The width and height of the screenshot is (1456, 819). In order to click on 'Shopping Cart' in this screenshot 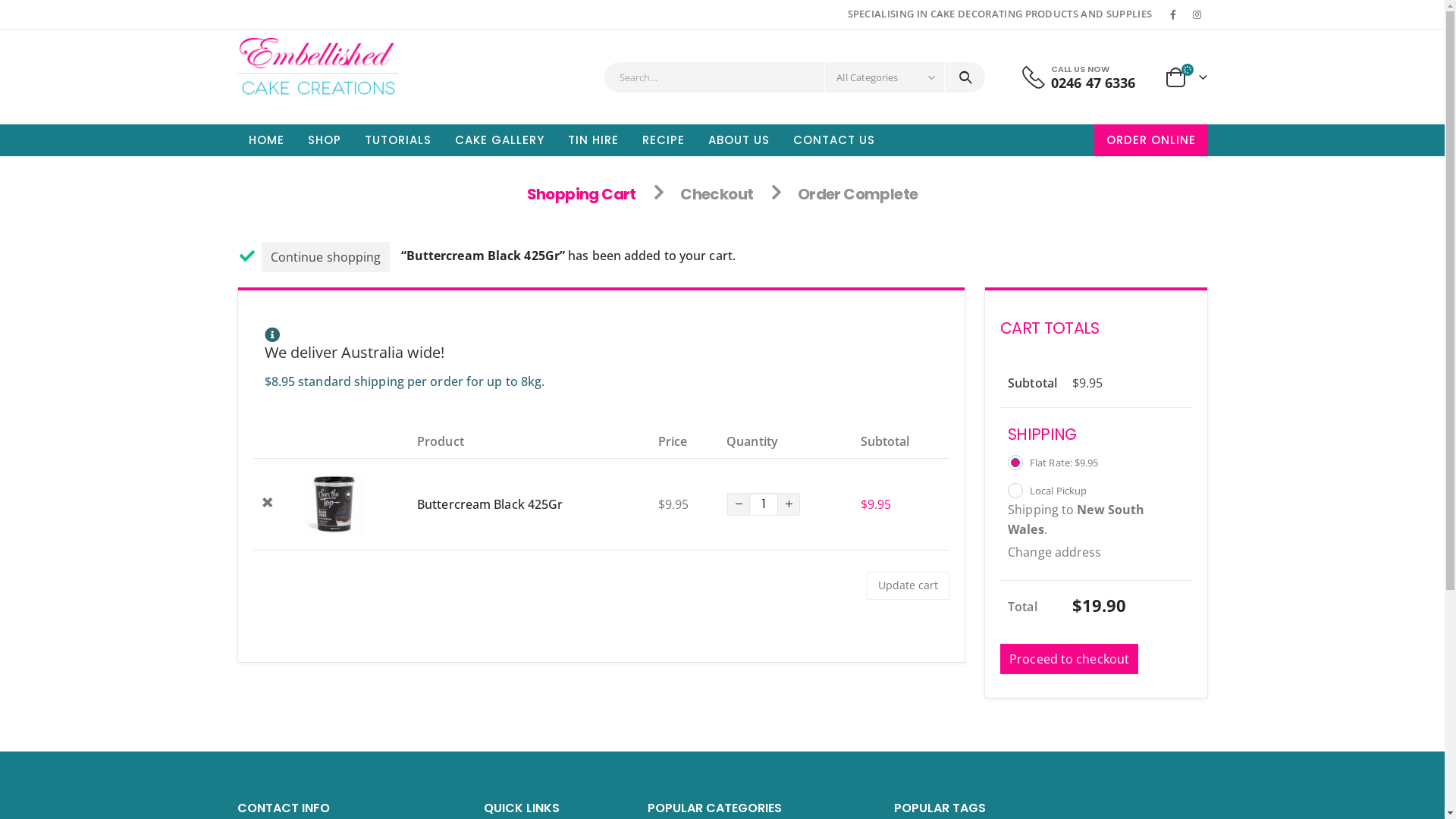, I will do `click(581, 193)`.